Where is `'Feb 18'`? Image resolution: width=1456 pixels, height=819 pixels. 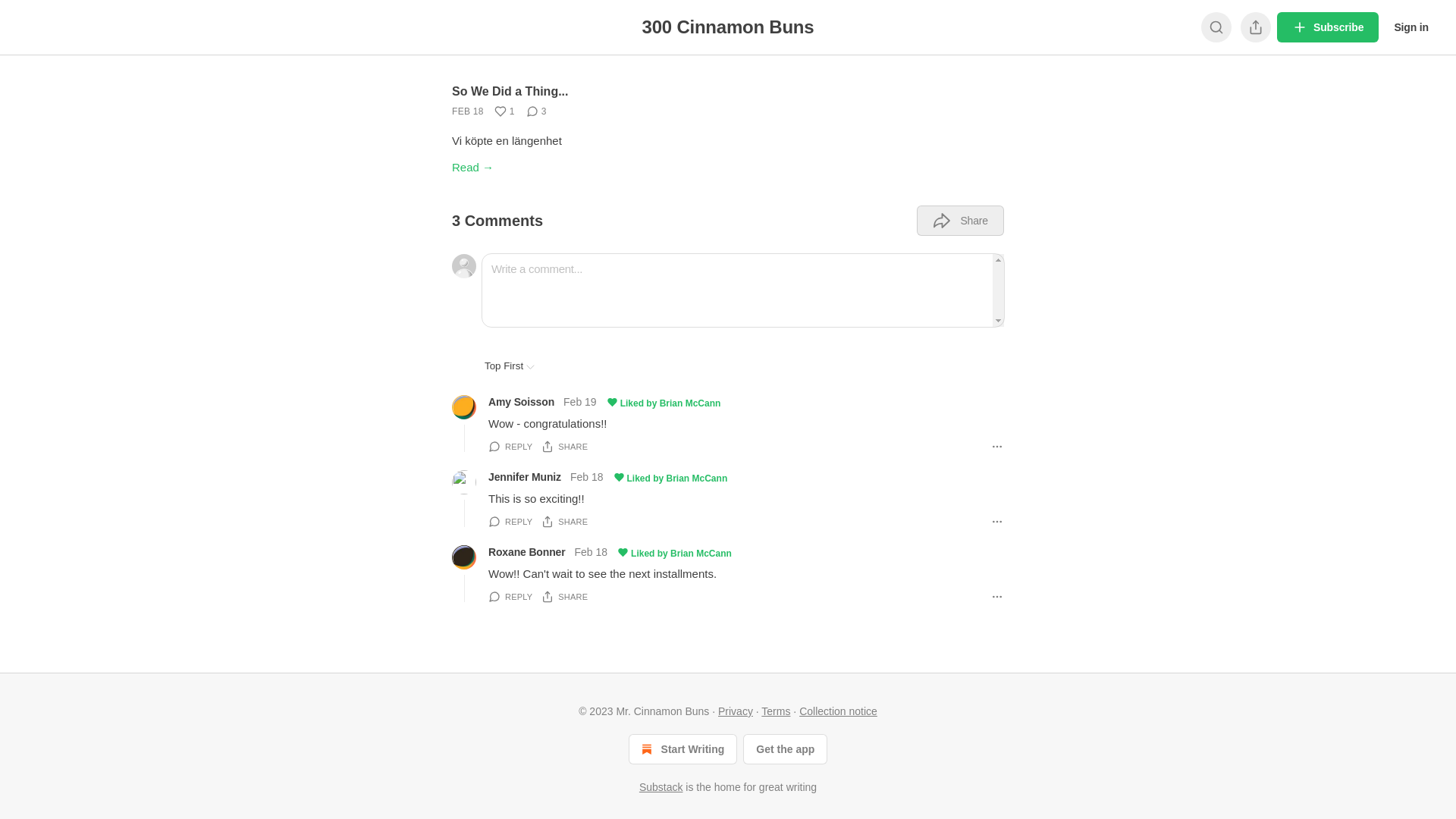
'Feb 18' is located at coordinates (590, 553).